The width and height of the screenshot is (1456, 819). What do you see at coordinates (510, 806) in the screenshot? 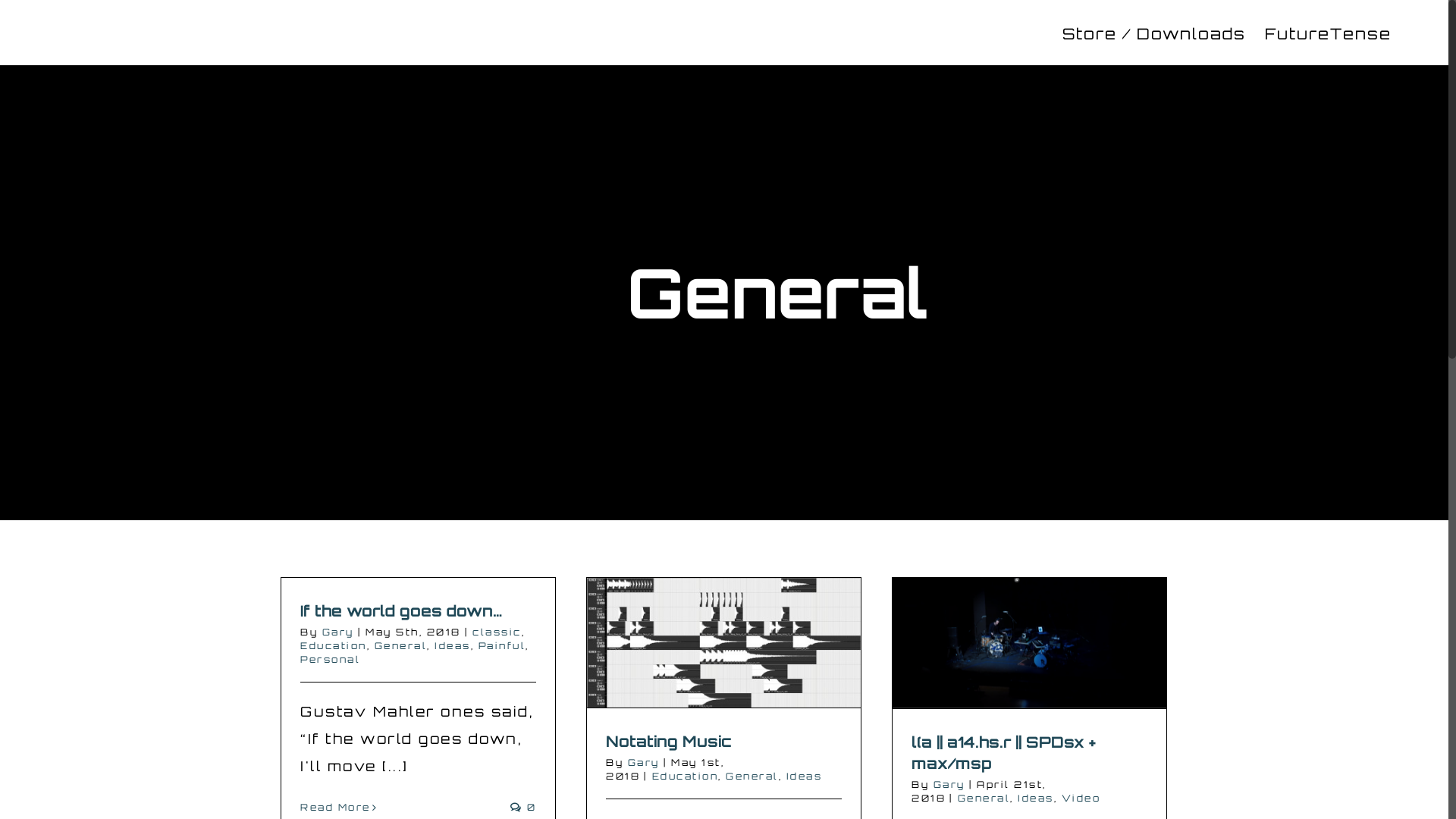
I see `' 0'` at bounding box center [510, 806].